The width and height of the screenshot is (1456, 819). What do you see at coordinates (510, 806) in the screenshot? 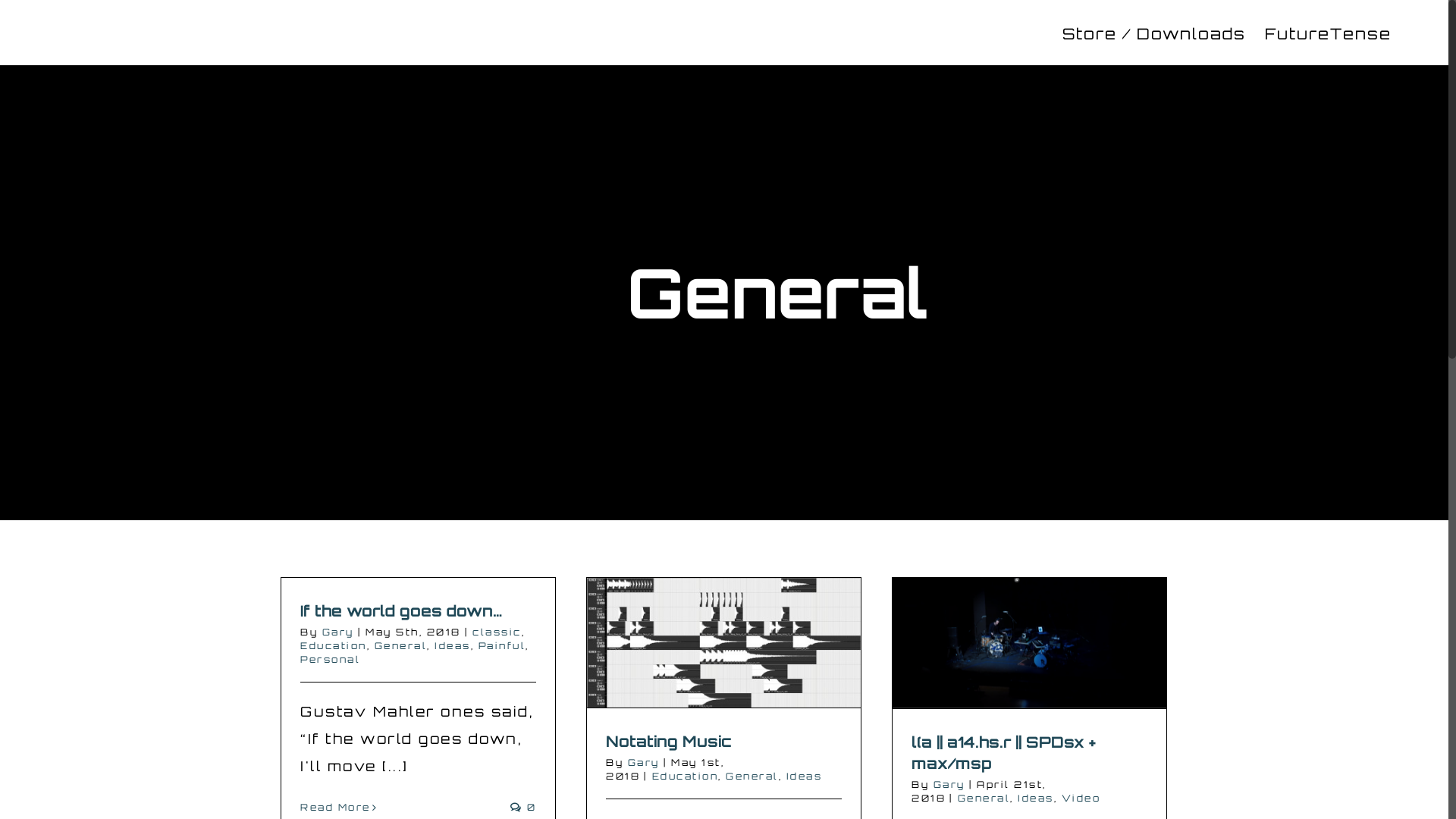
I see `' 0'` at bounding box center [510, 806].